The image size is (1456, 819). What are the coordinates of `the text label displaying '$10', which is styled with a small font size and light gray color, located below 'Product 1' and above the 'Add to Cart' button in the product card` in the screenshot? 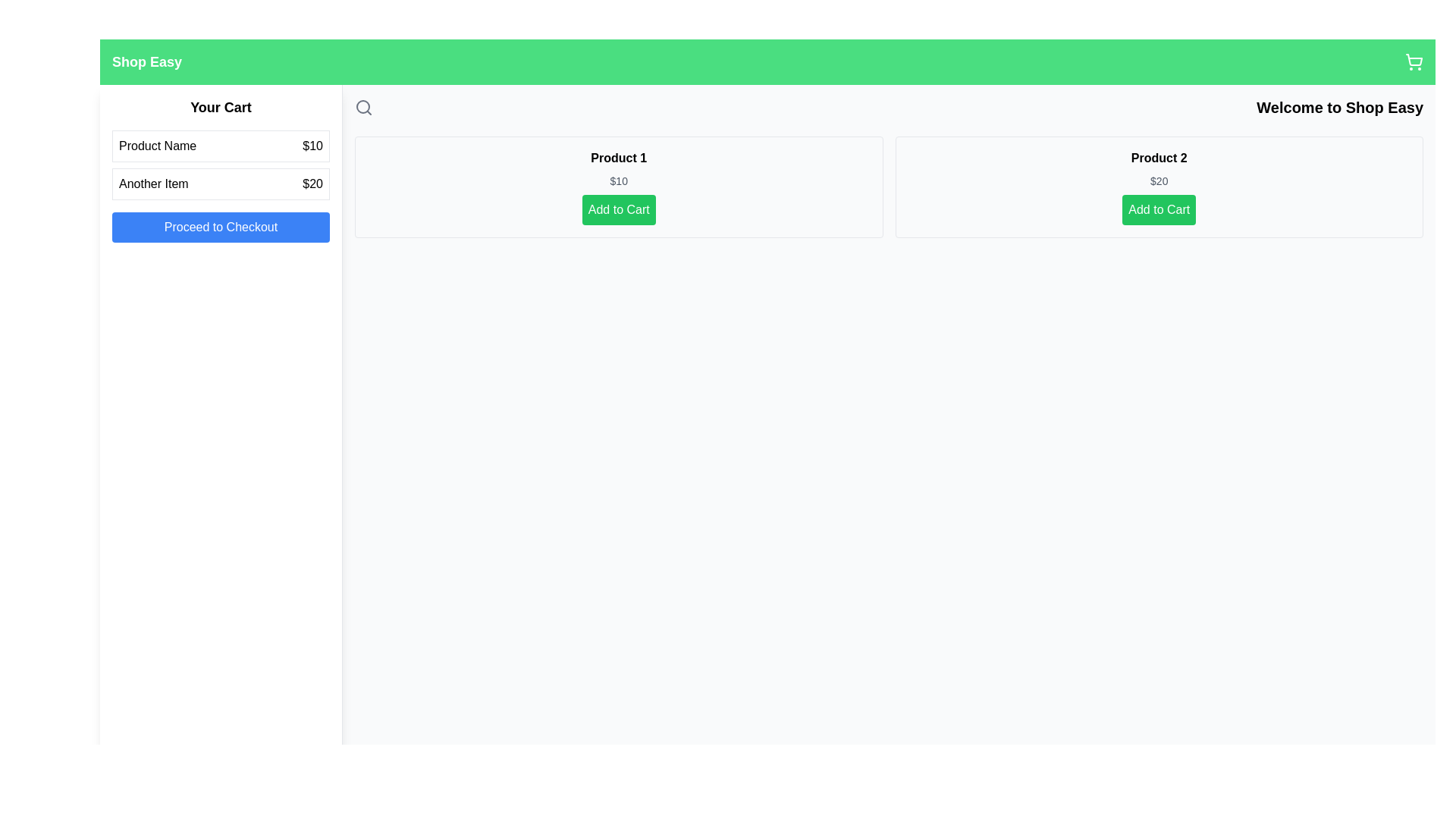 It's located at (619, 180).